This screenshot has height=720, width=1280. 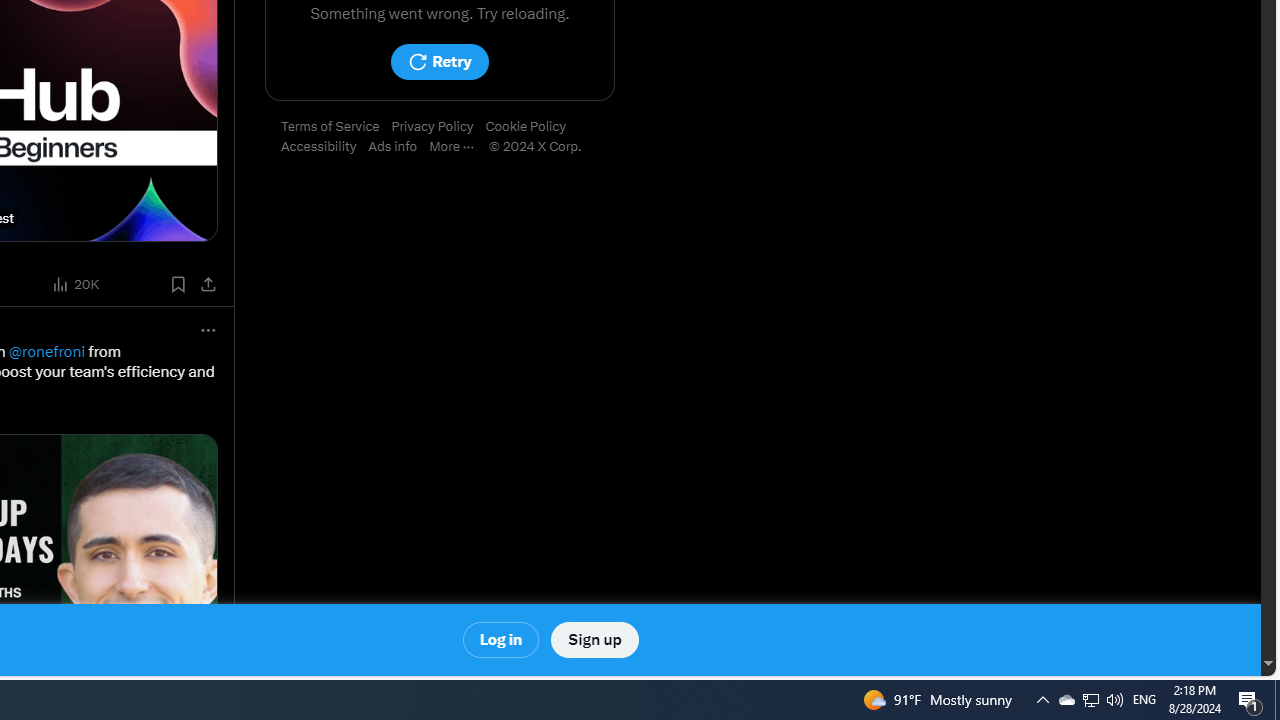 What do you see at coordinates (501, 640) in the screenshot?
I see `'Log in'` at bounding box center [501, 640].